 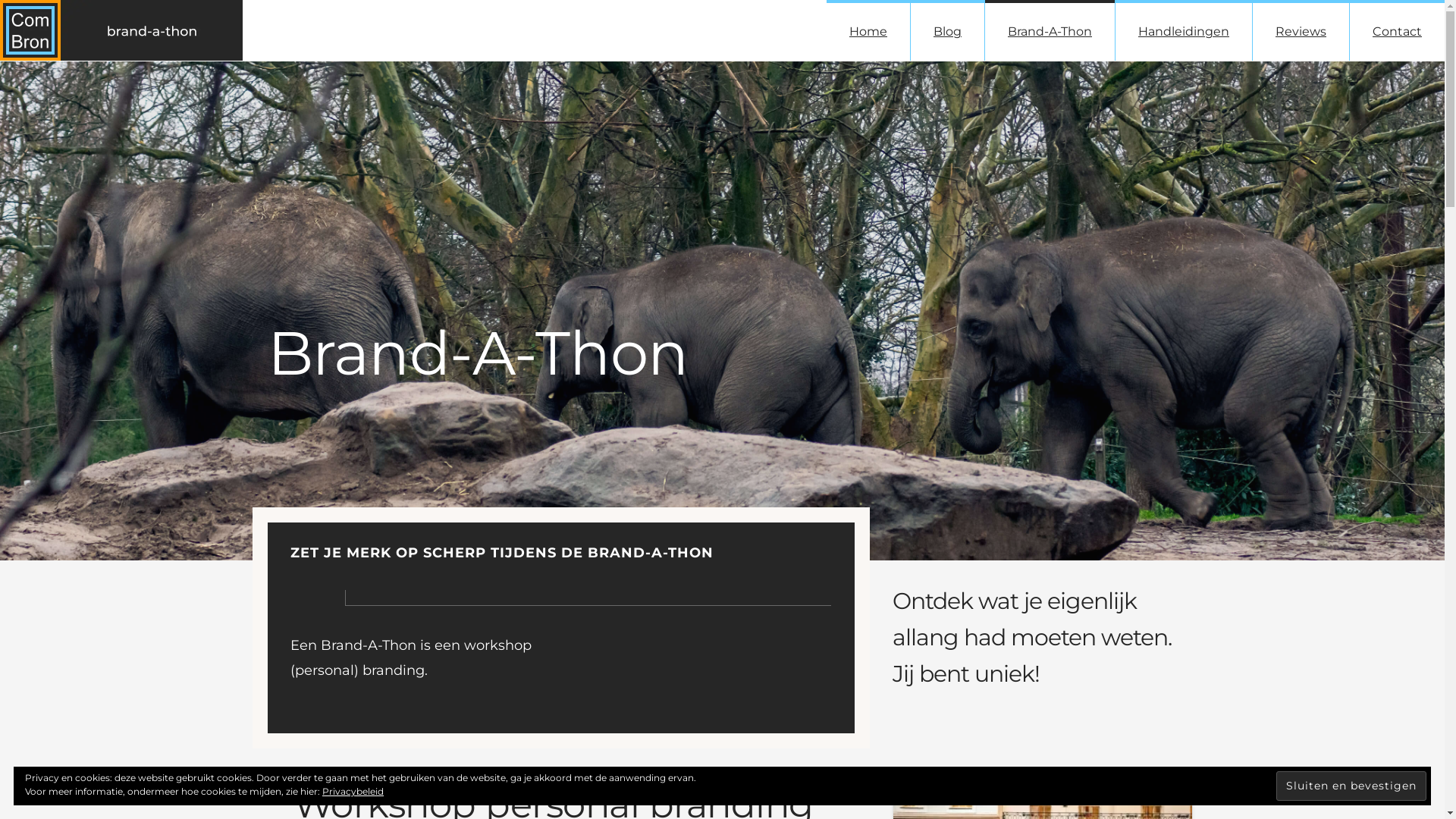 I want to click on 'Privacybeleid', so click(x=352, y=790).